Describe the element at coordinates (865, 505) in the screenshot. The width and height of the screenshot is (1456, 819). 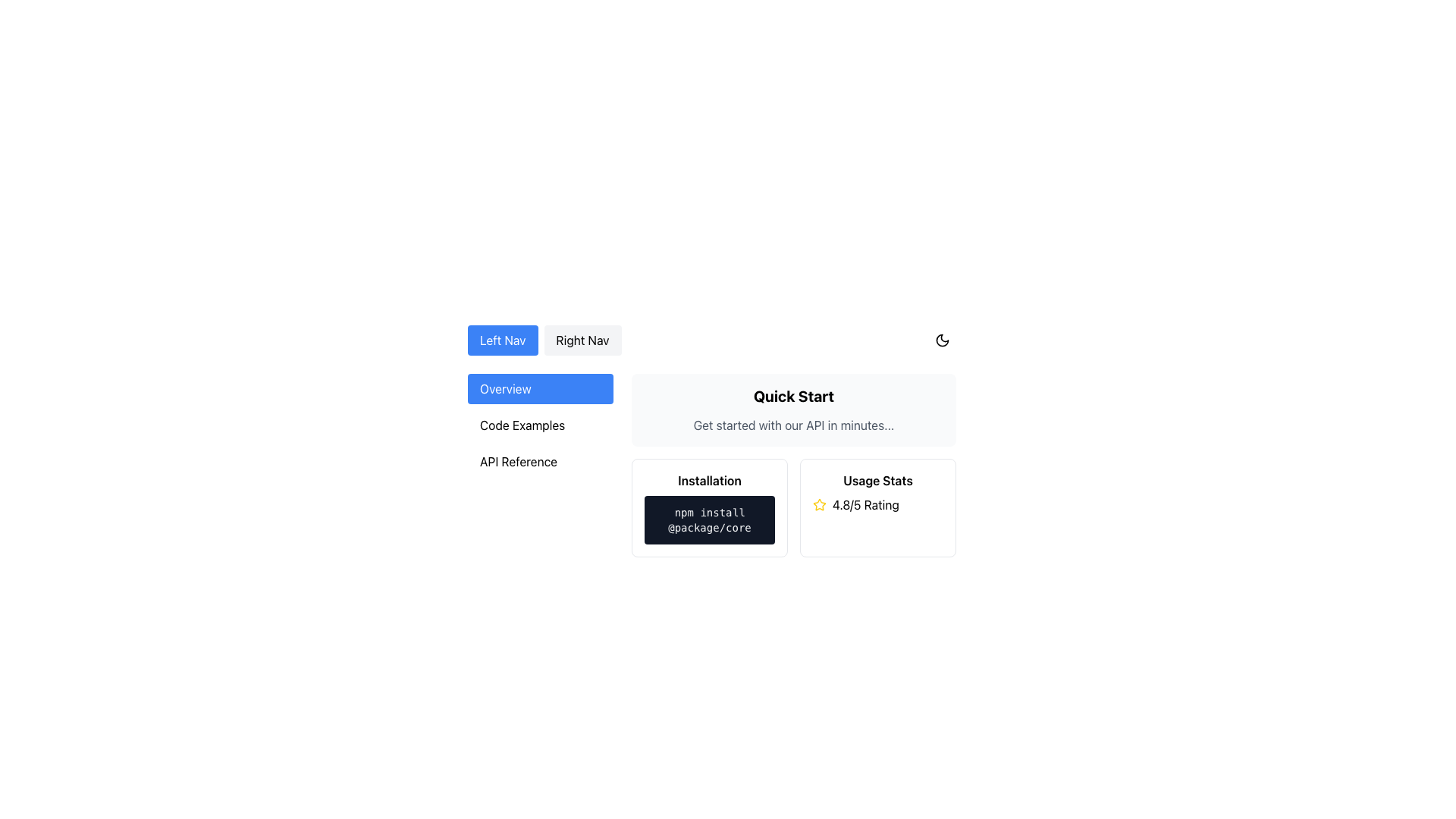
I see `text displayed in the rating score label located in the 'Usage Stats' section, positioned to the right of the yellow star icon` at that location.